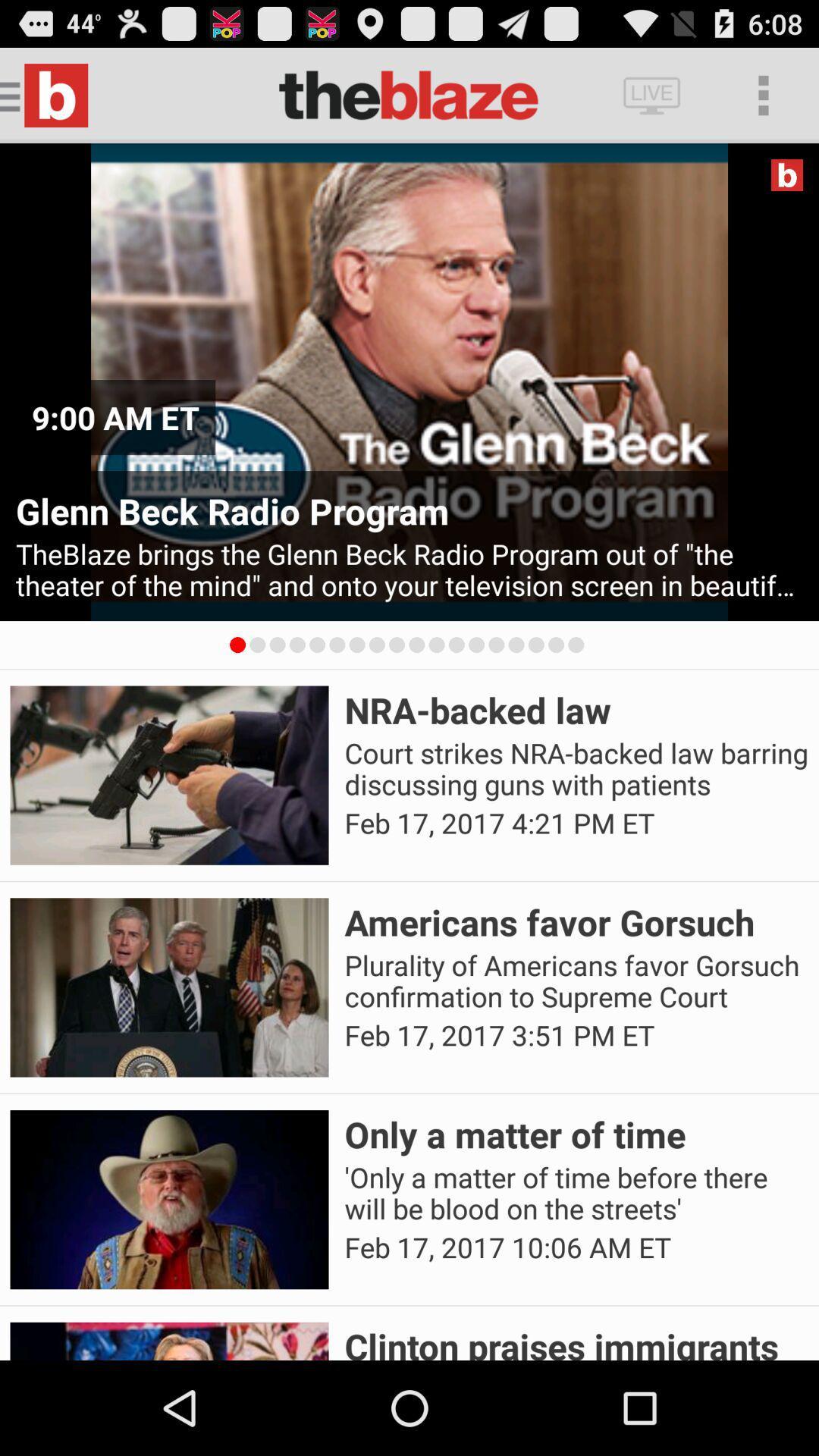 The width and height of the screenshot is (819, 1456). Describe the element at coordinates (169, 775) in the screenshot. I see `the image left to nrabacked law` at that location.